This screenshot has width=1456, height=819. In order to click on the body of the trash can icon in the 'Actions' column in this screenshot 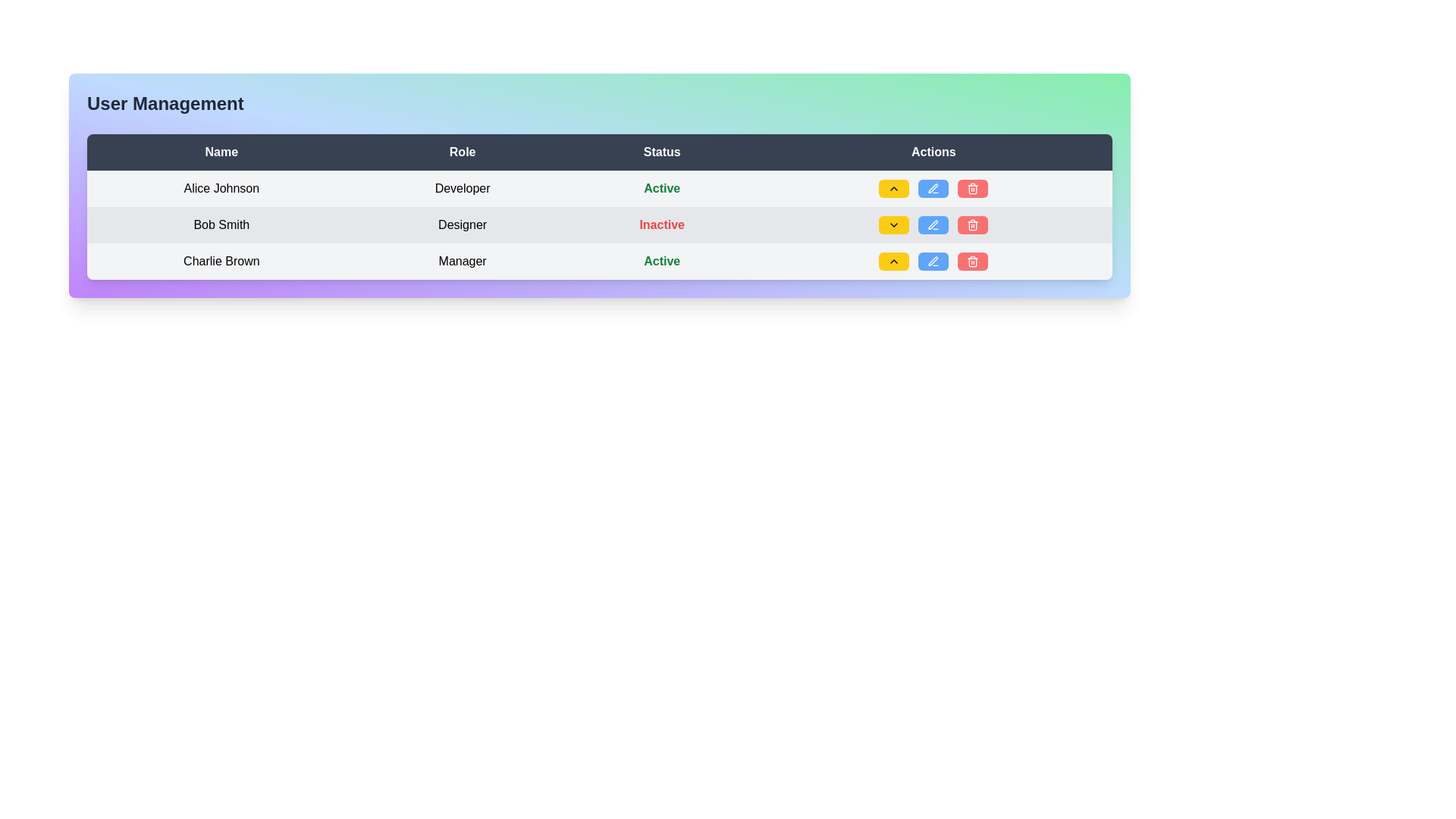, I will do `click(973, 189)`.